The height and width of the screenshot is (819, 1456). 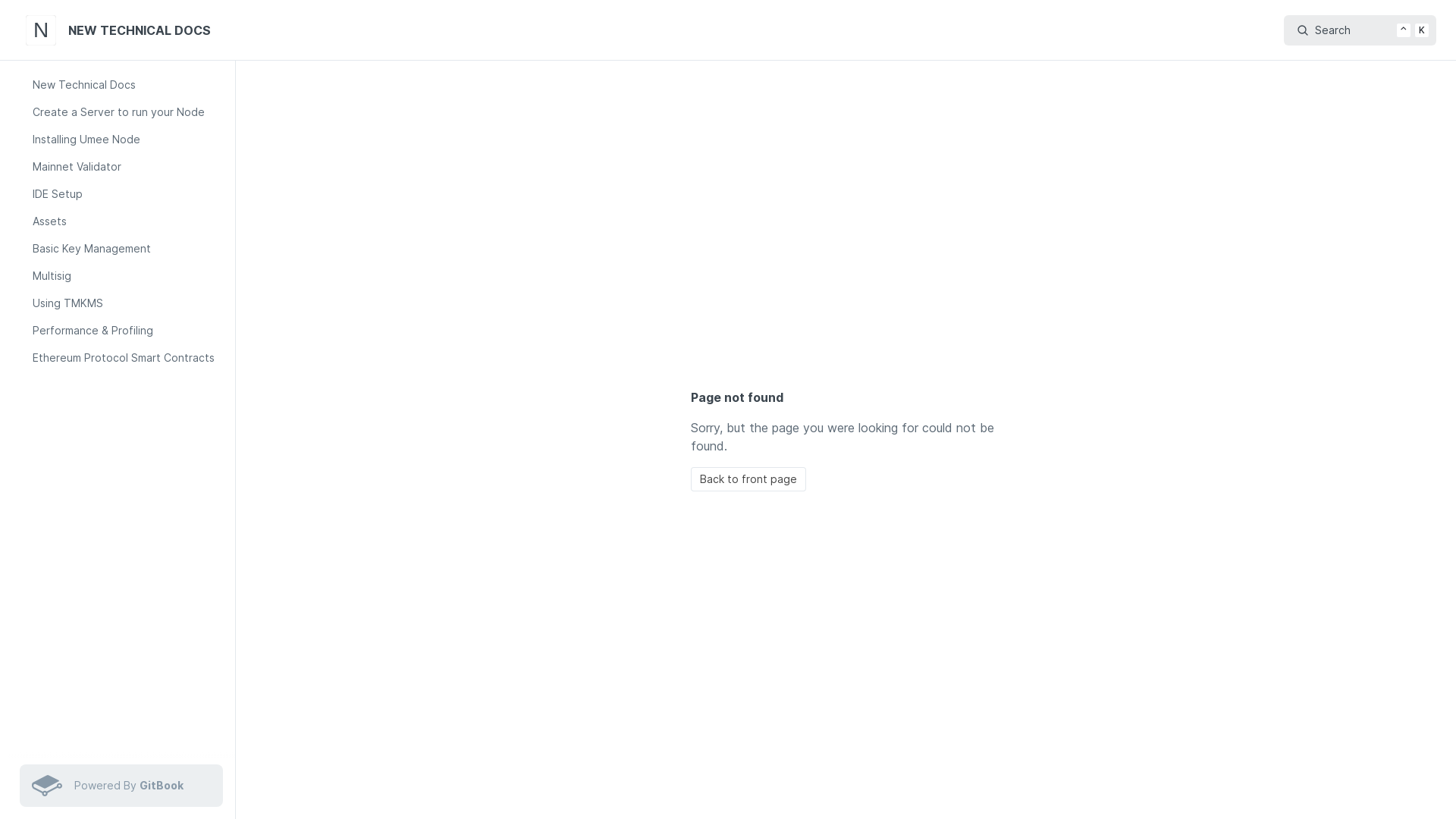 What do you see at coordinates (25, 84) in the screenshot?
I see `'New Technical Docs'` at bounding box center [25, 84].